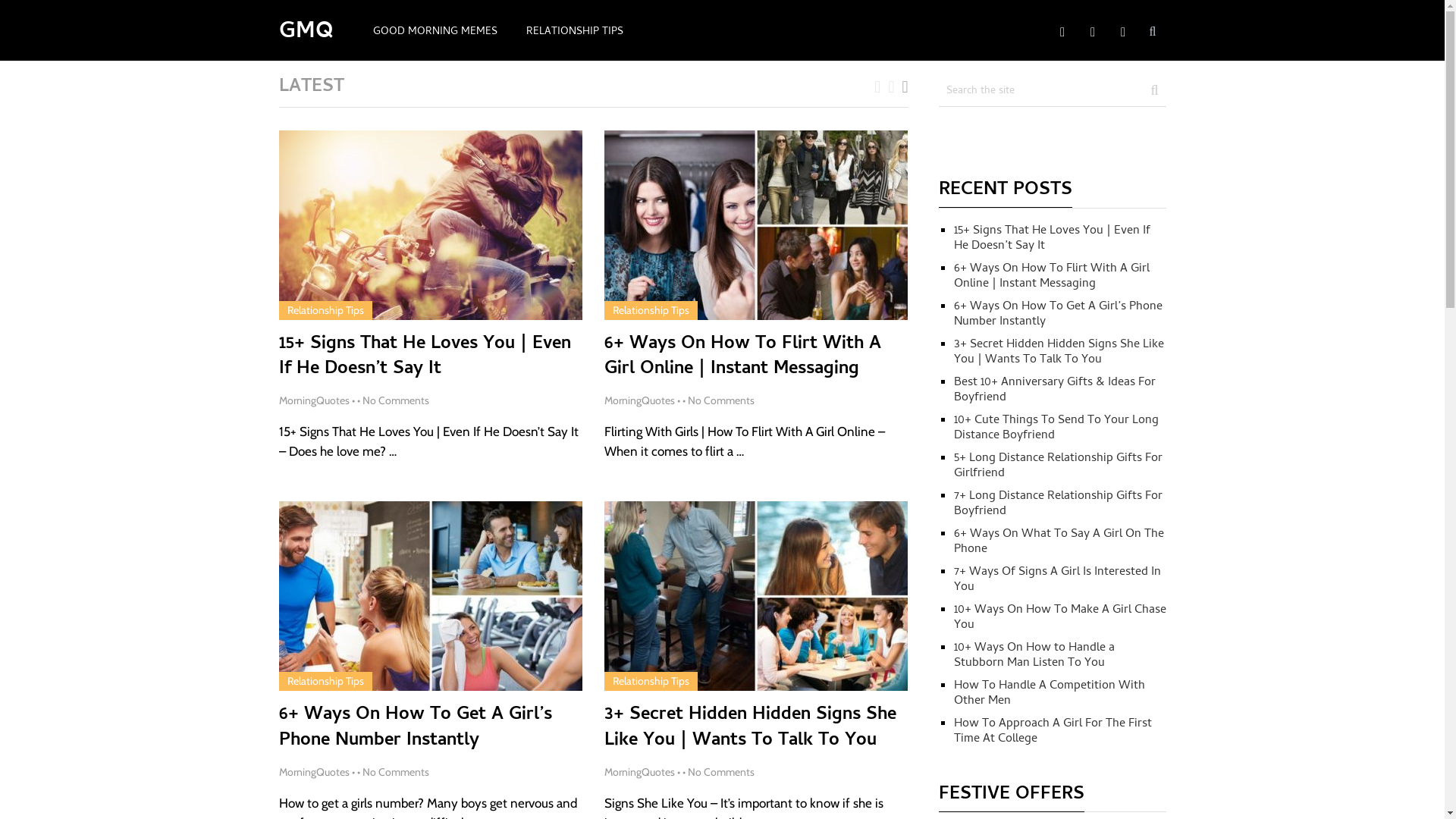  Describe the element at coordinates (324, 309) in the screenshot. I see `'Relationship Tips'` at that location.